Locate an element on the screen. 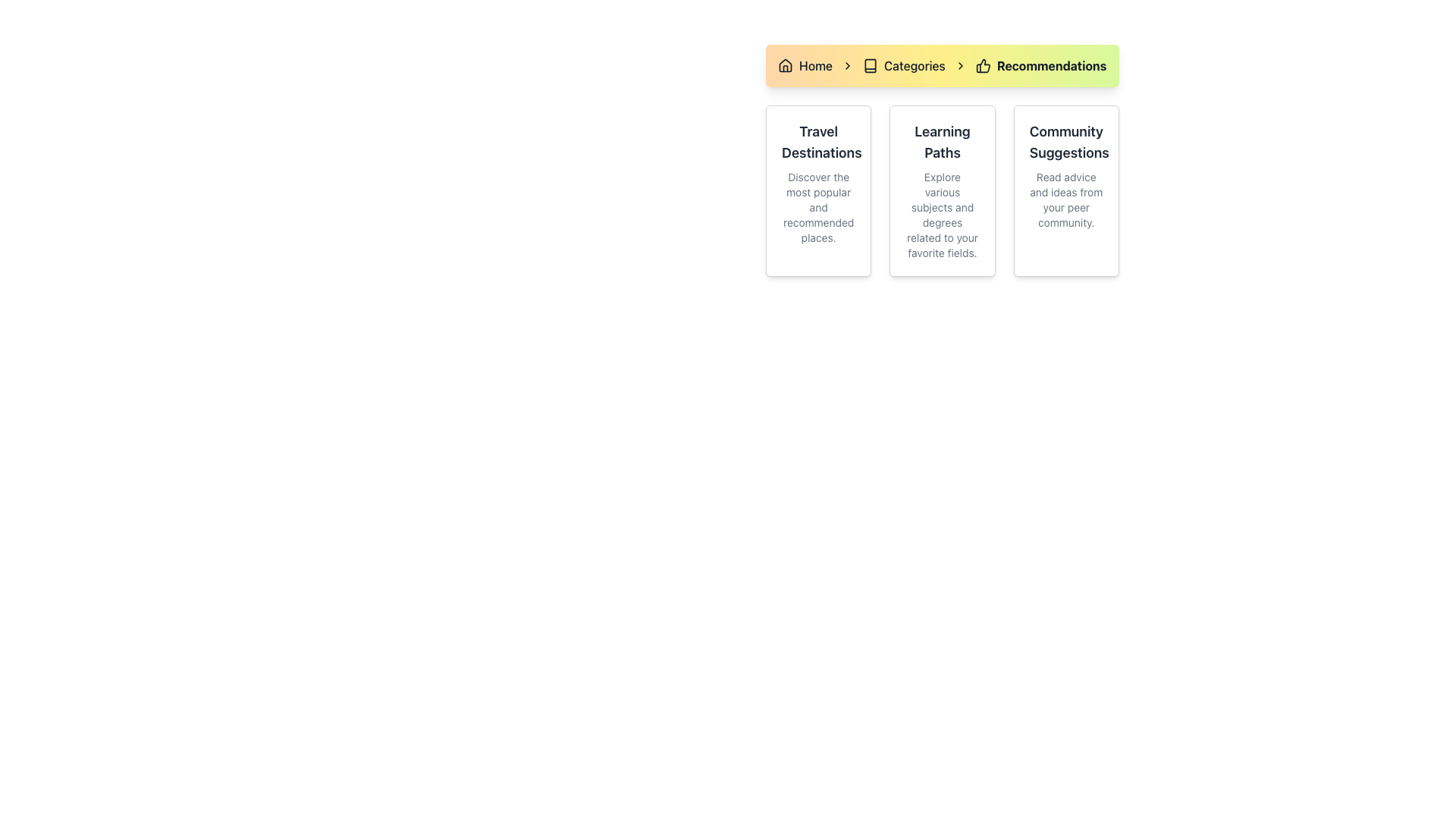 The height and width of the screenshot is (819, 1456). the Navigation Breadcrumb element at the top-center of the interface is located at coordinates (942, 65).